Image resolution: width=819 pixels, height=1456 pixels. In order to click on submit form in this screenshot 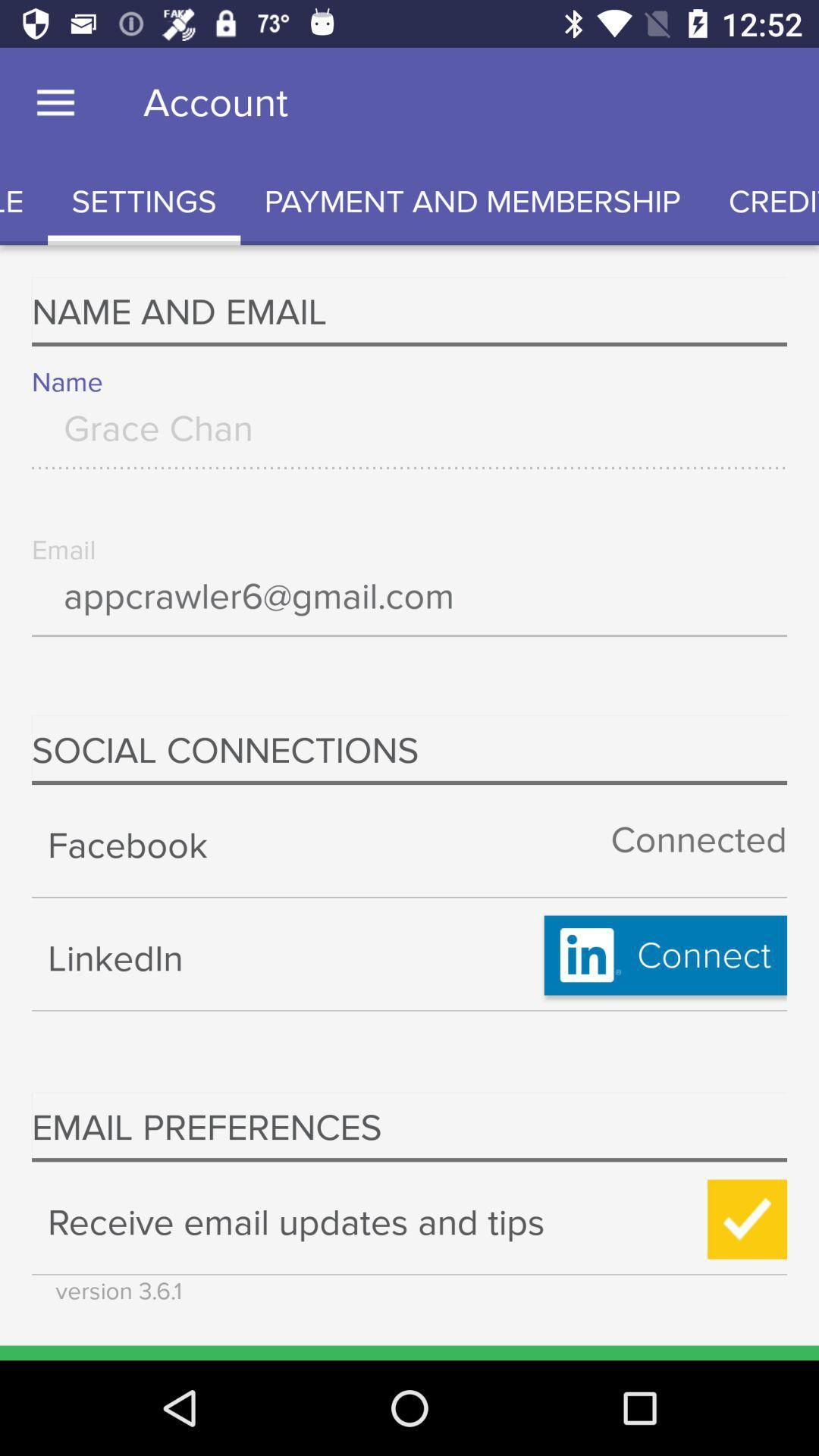, I will do `click(746, 1219)`.